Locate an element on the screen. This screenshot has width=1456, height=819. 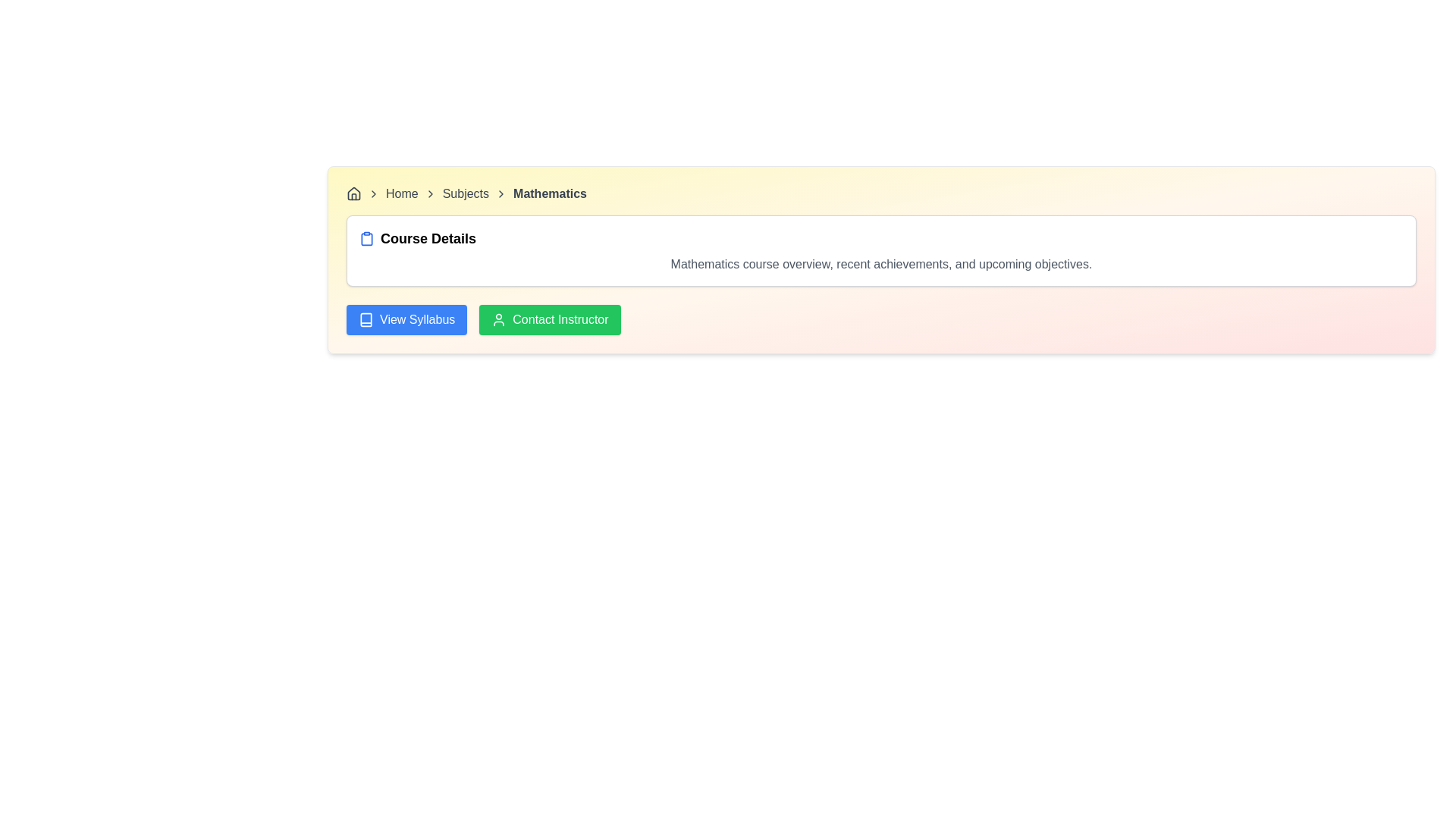
the right-facing chevron icon in the breadcrumb navigation bar, which is designed with a thin black stroke on a transparent background, located between the home icon and the text label 'Home' is located at coordinates (374, 193).